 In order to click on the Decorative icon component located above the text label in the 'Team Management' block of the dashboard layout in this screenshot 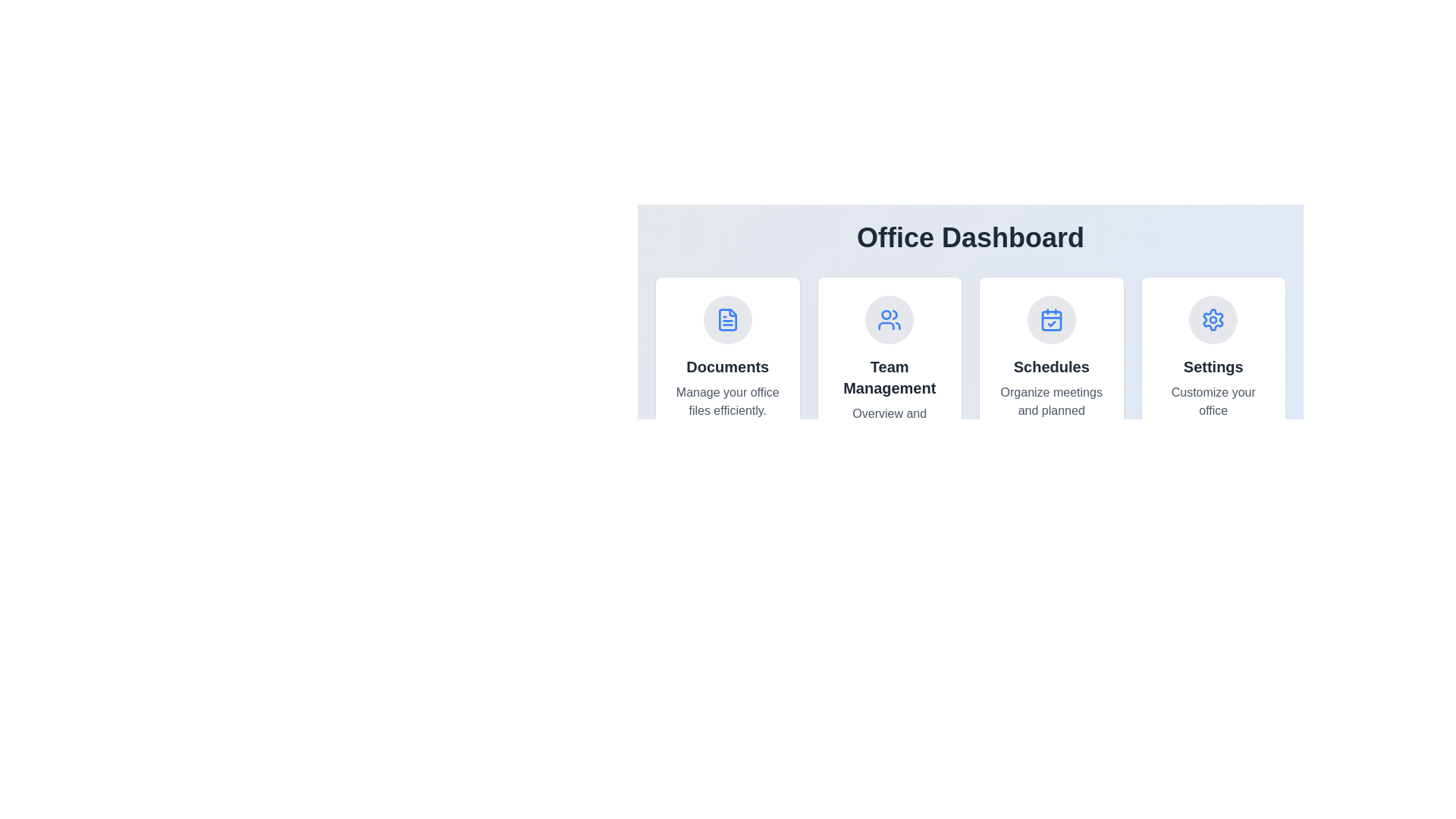, I will do `click(886, 314)`.